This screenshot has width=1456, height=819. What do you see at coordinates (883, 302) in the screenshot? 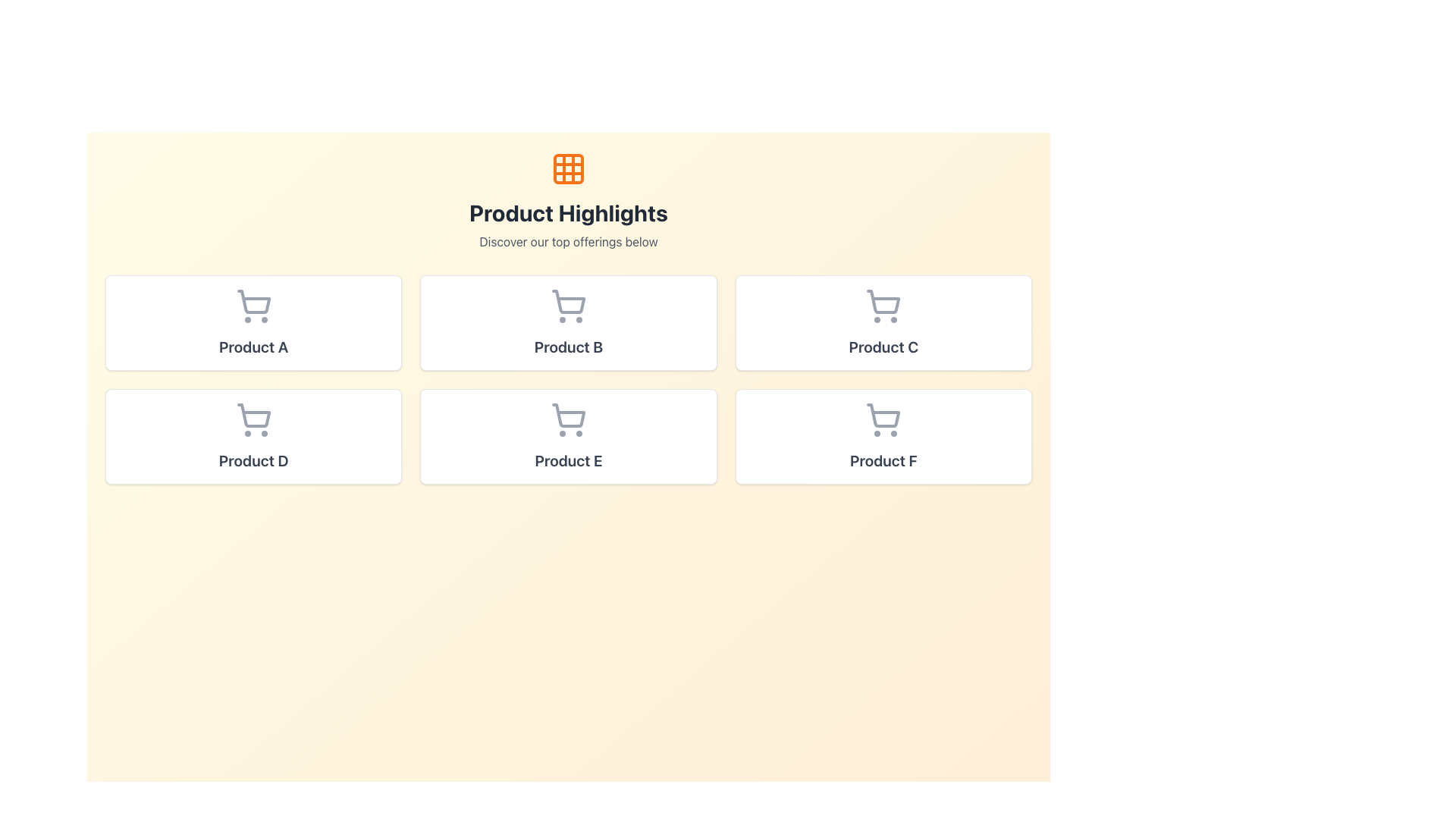
I see `the shopping cart icon located within the 'Product C' cell in the grid layout` at bounding box center [883, 302].